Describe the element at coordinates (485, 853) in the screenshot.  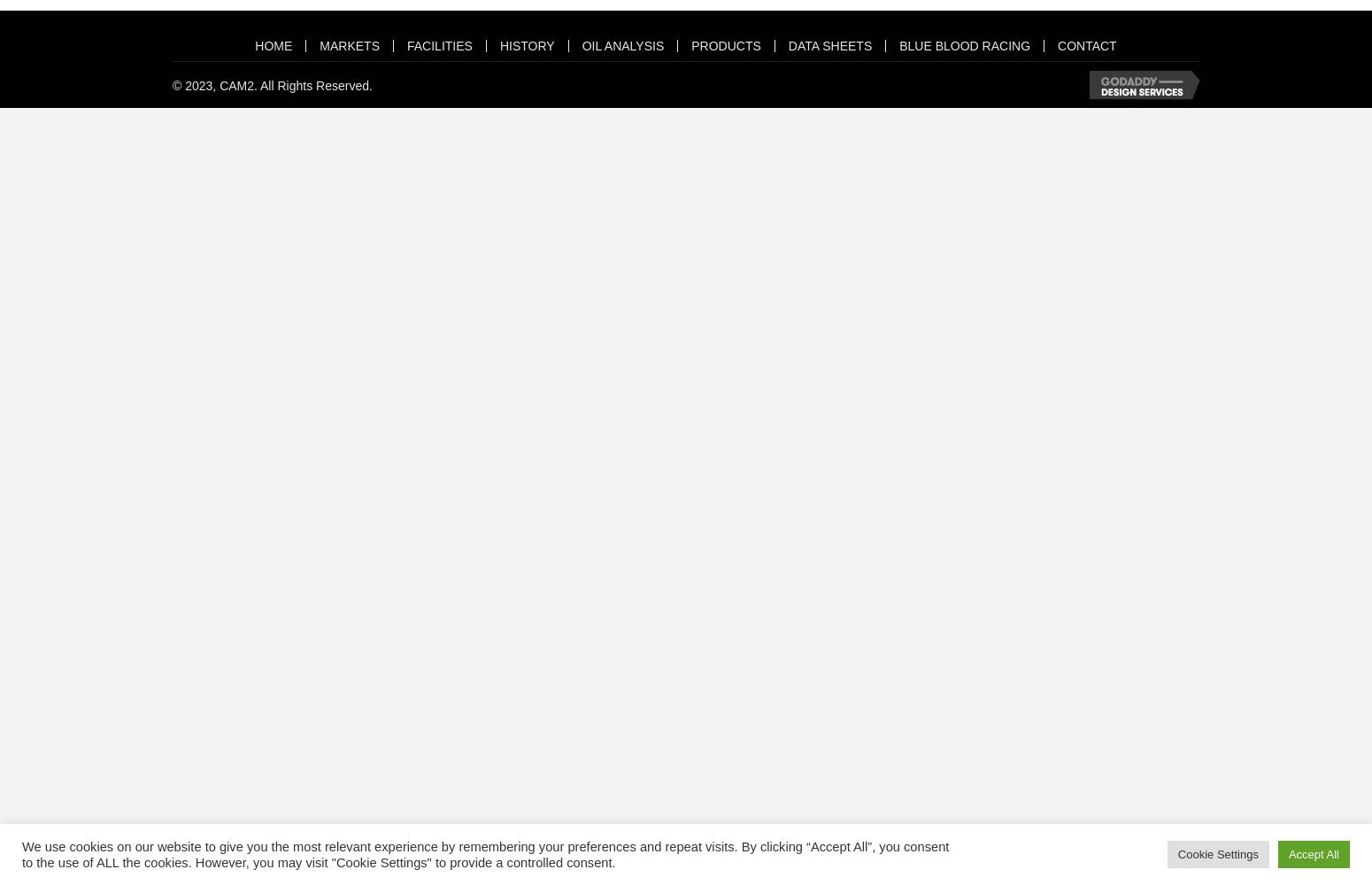
I see `'We use cookies on our website to give you the most relevant experience by remembering your preferences and repeat visits. By clicking “Accept All”, you consent to the use of ALL the cookies. However, you may visit "Cookie Settings" to provide a controlled consent.'` at that location.